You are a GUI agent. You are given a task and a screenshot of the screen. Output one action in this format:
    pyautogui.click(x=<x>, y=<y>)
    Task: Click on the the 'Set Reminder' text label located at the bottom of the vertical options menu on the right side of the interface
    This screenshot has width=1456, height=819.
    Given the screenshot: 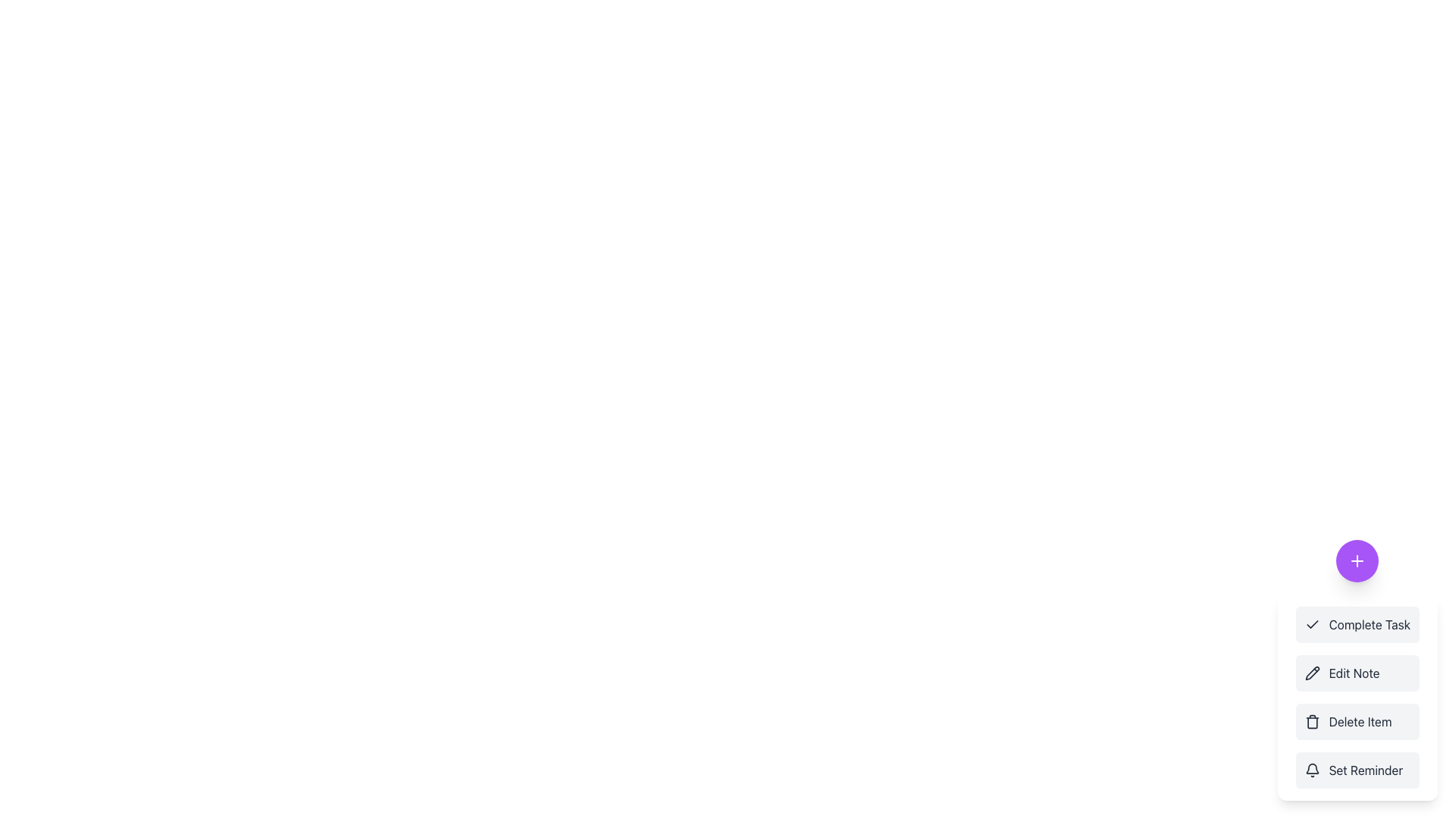 What is the action you would take?
    pyautogui.click(x=1366, y=770)
    